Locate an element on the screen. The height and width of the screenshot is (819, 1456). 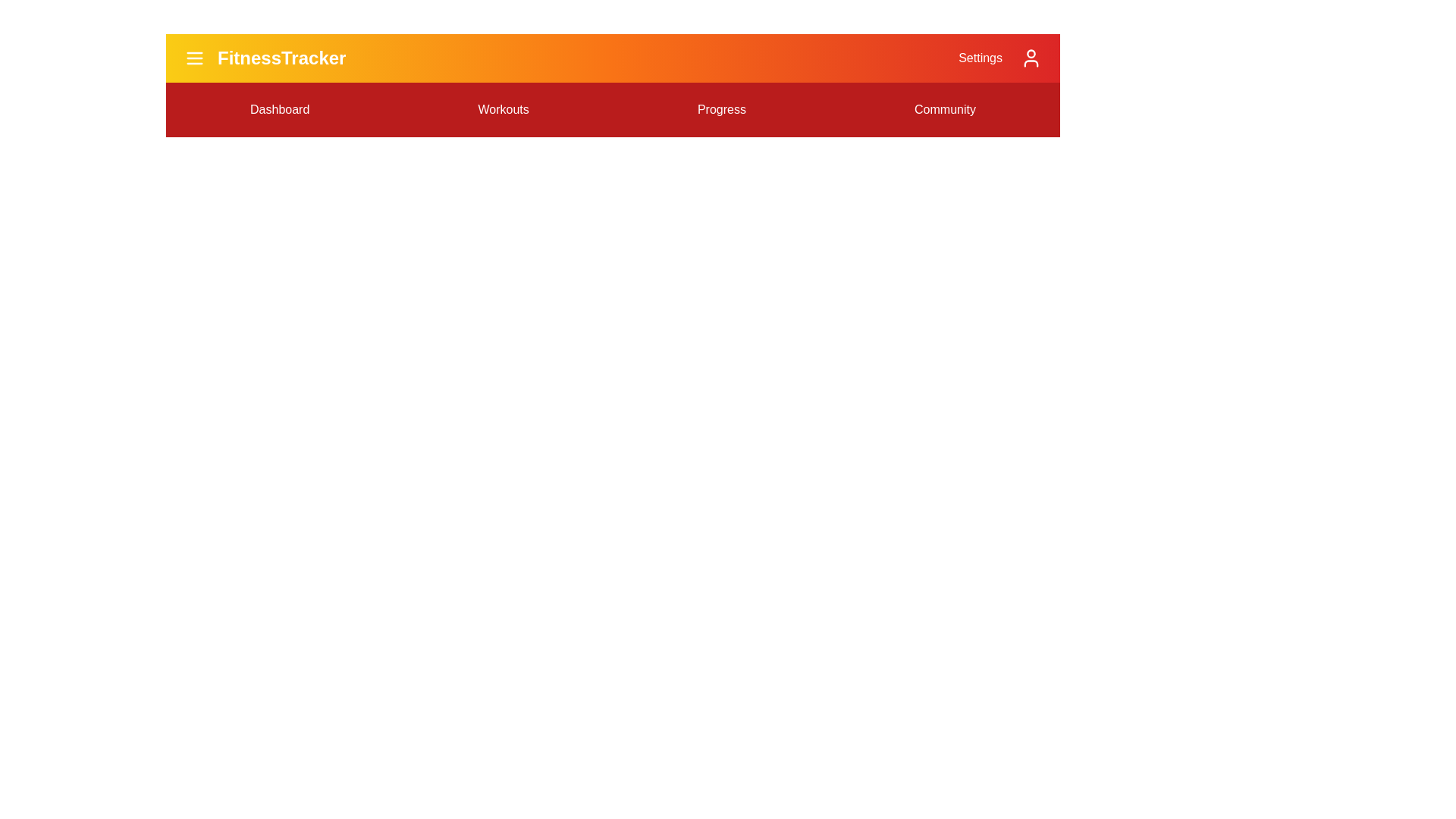
the menu option Workouts from the FitnessAppBar is located at coordinates (503, 109).